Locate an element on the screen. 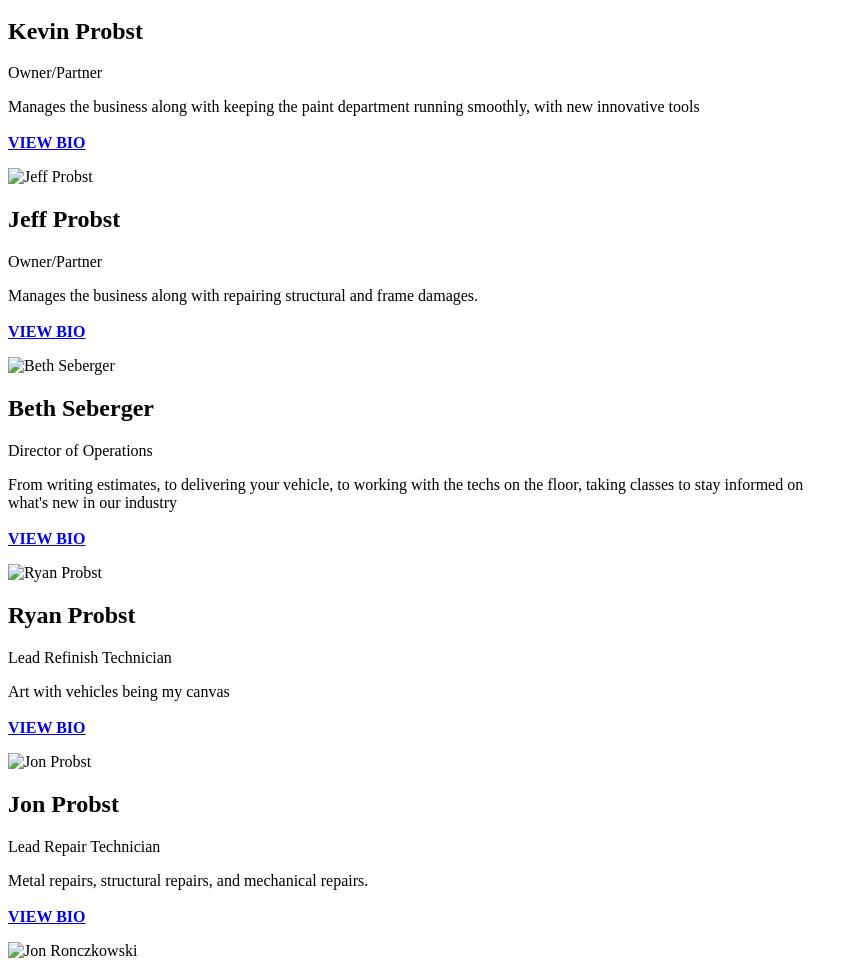 The height and width of the screenshot is (971, 850). 'Director of Operations' is located at coordinates (6, 450).